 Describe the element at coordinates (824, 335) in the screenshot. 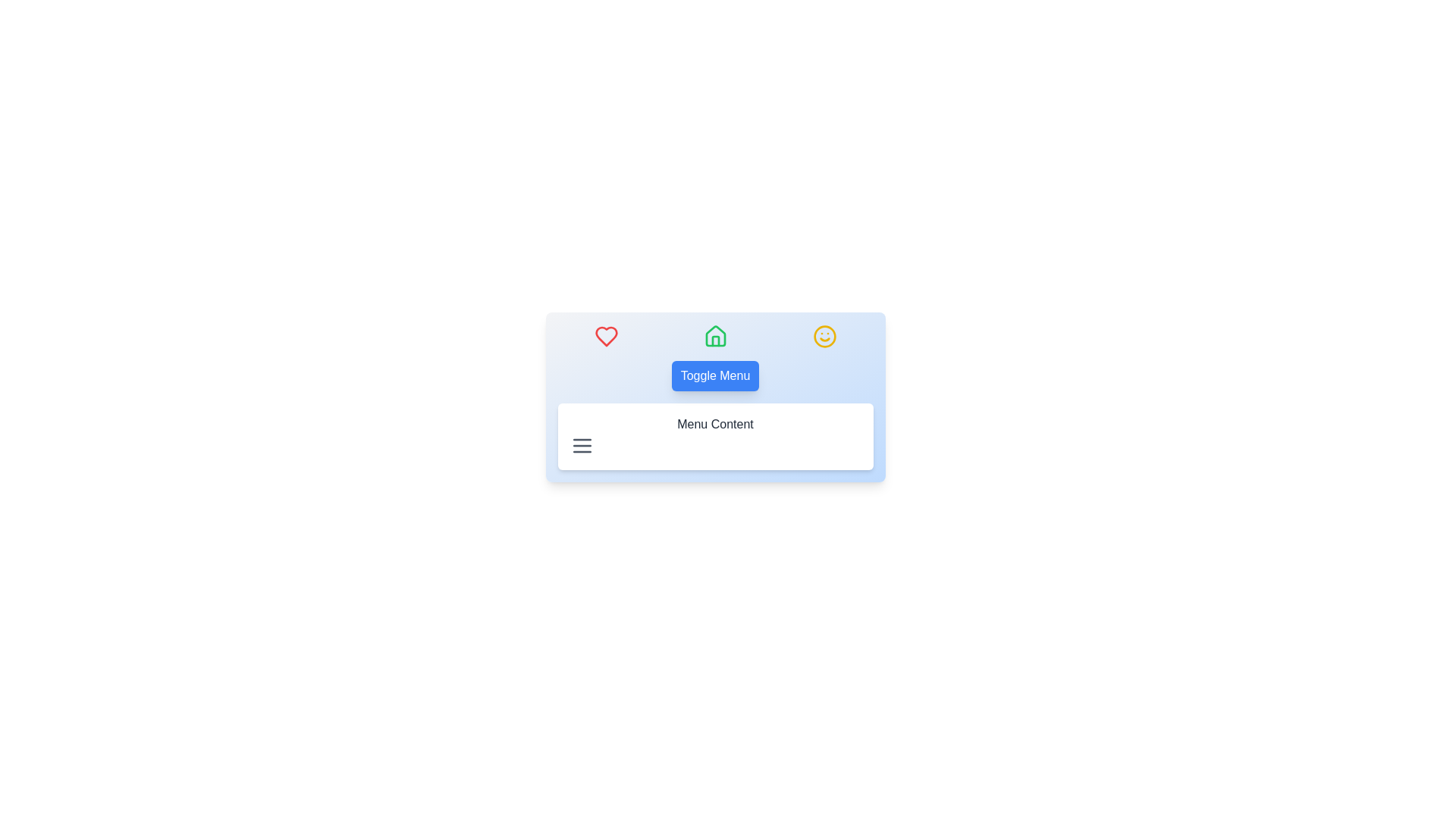

I see `the decorative circle element with a yellow border located to the right of the blue 'Toggle Menu' button` at that location.